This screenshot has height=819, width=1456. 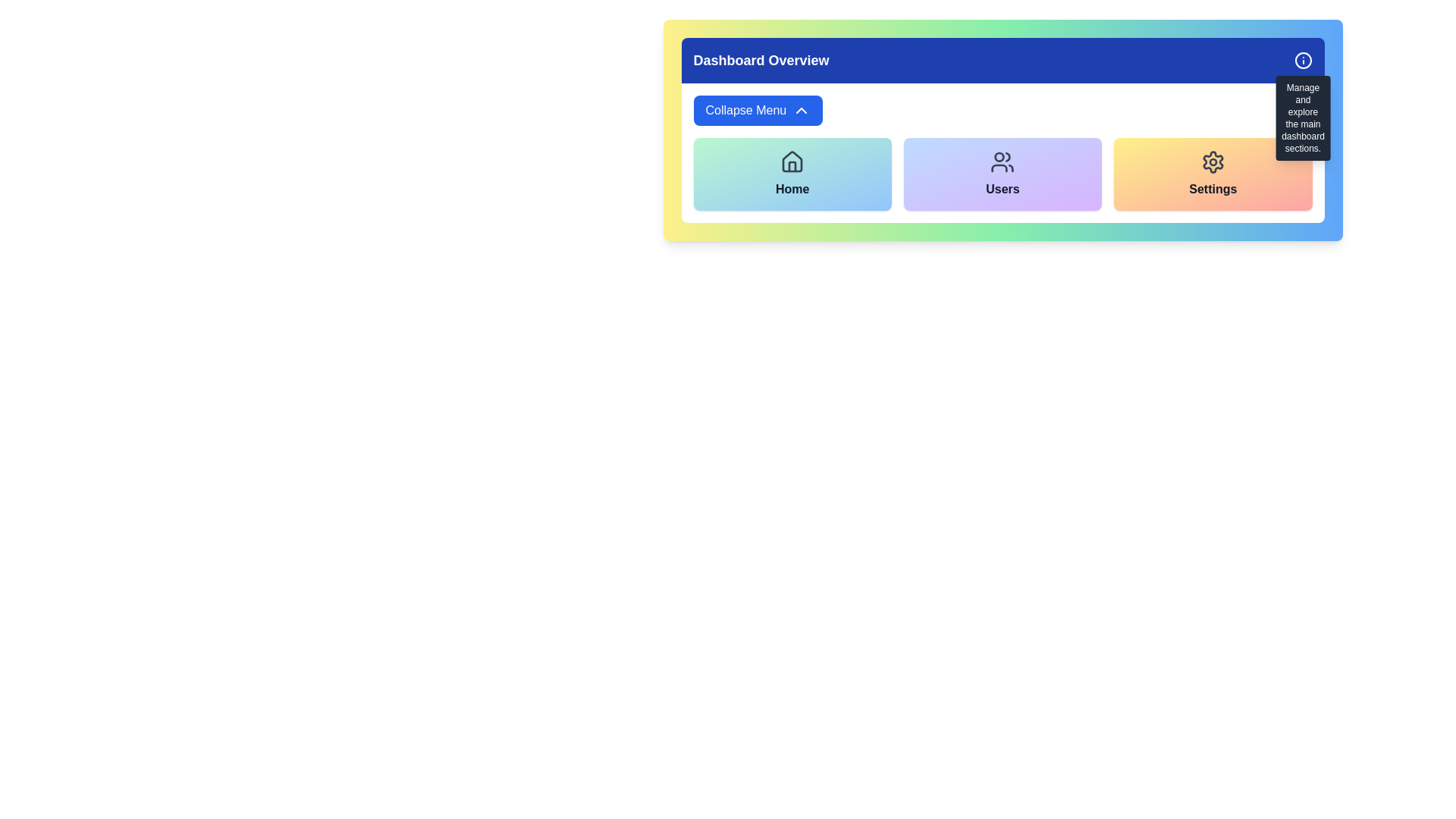 I want to click on the collapse button on the navigation panel located beneath the 'Dashboard Overview' header, so click(x=1003, y=152).